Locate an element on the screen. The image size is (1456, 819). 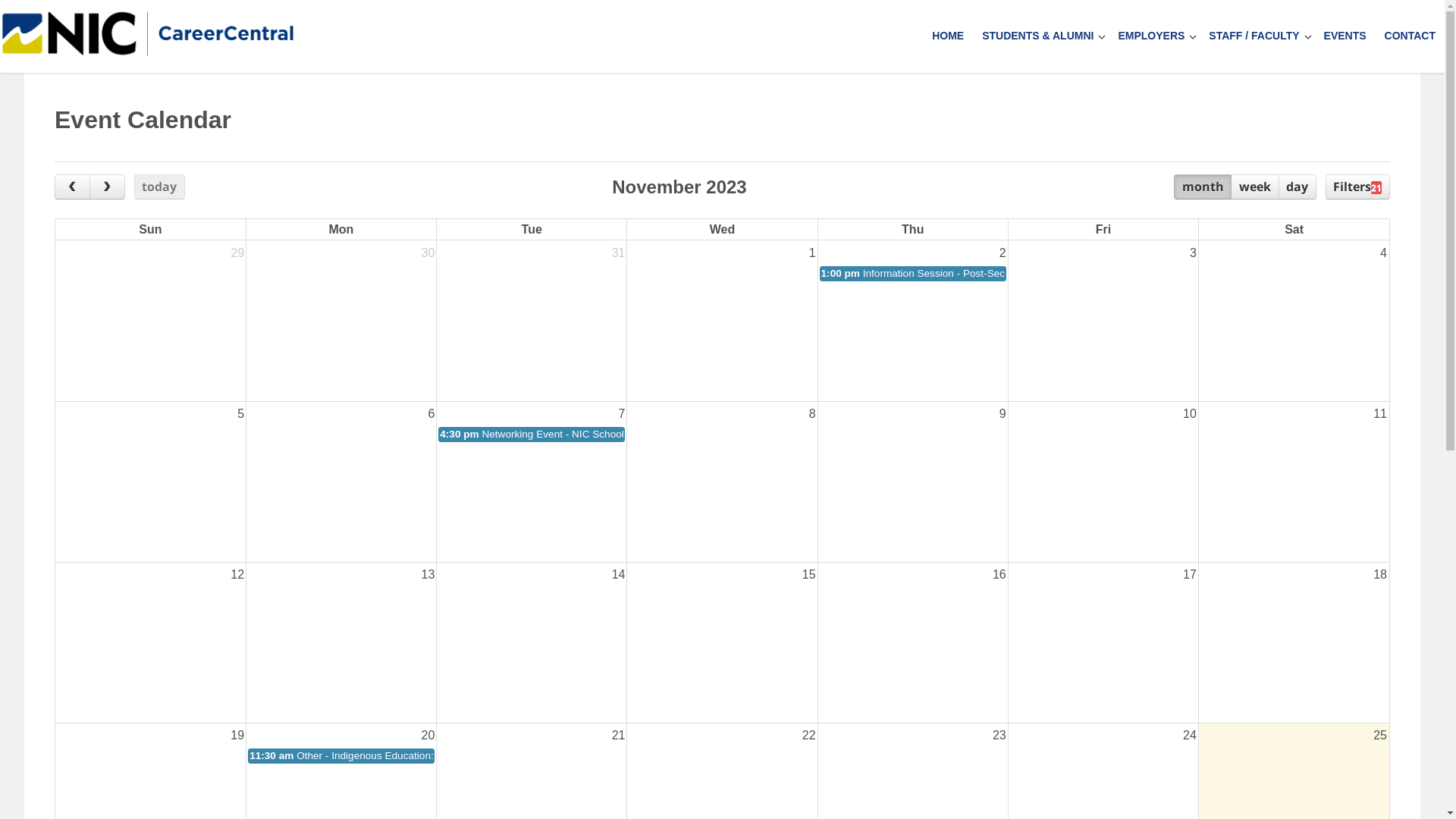
'Filters21' is located at coordinates (1324, 186).